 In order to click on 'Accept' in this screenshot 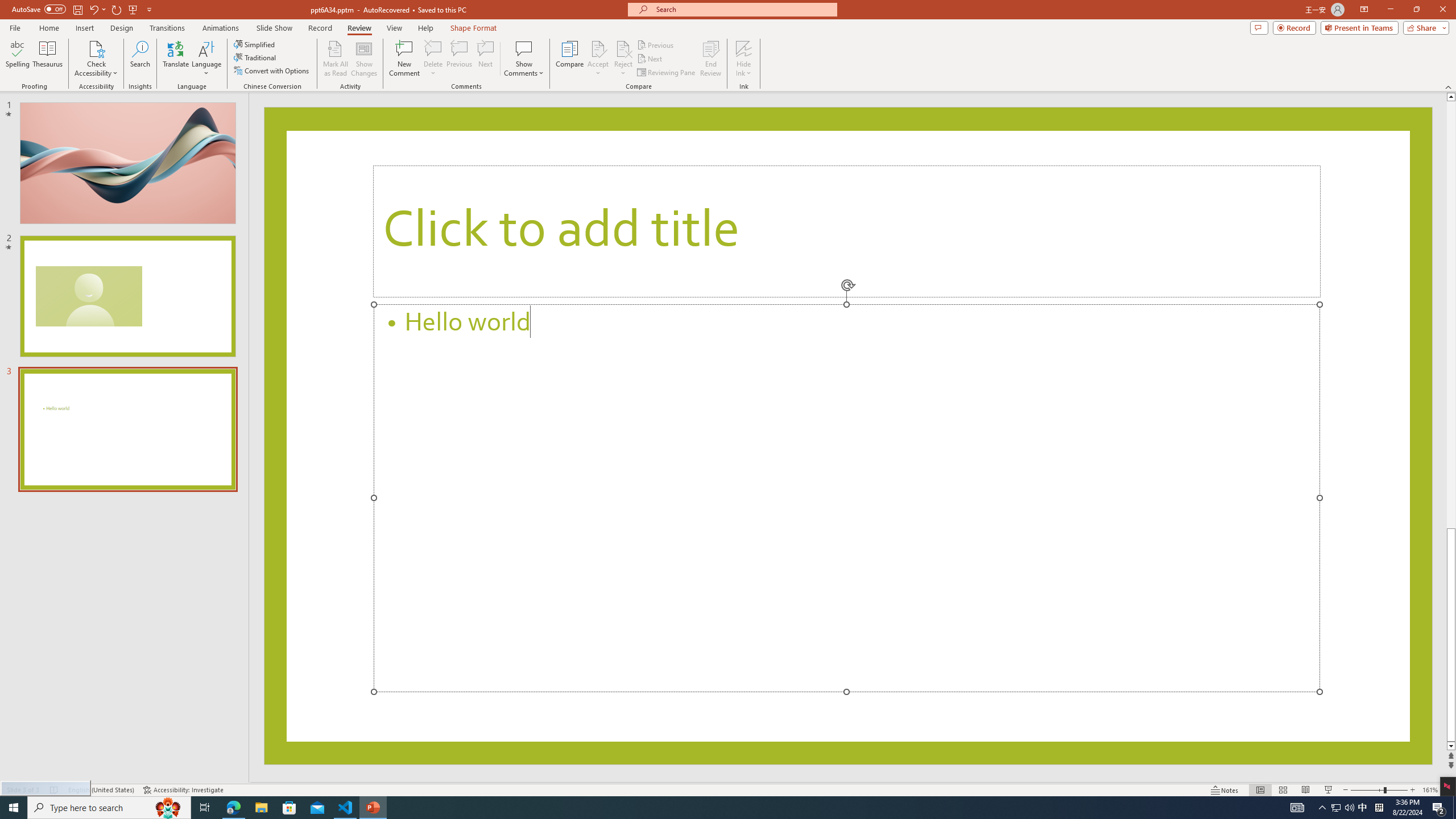, I will do `click(598, 59)`.